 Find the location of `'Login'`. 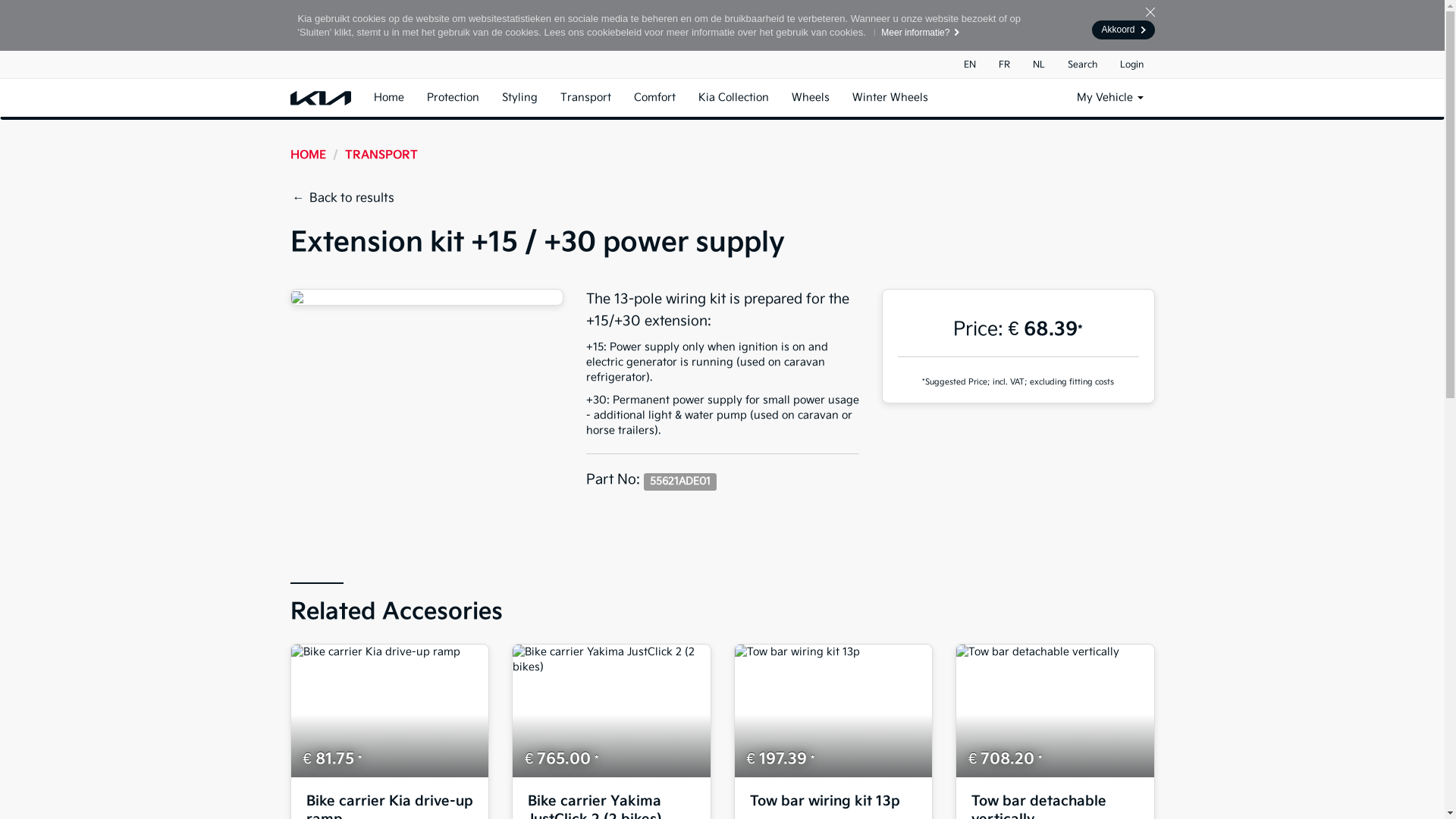

'Login' is located at coordinates (1131, 64).